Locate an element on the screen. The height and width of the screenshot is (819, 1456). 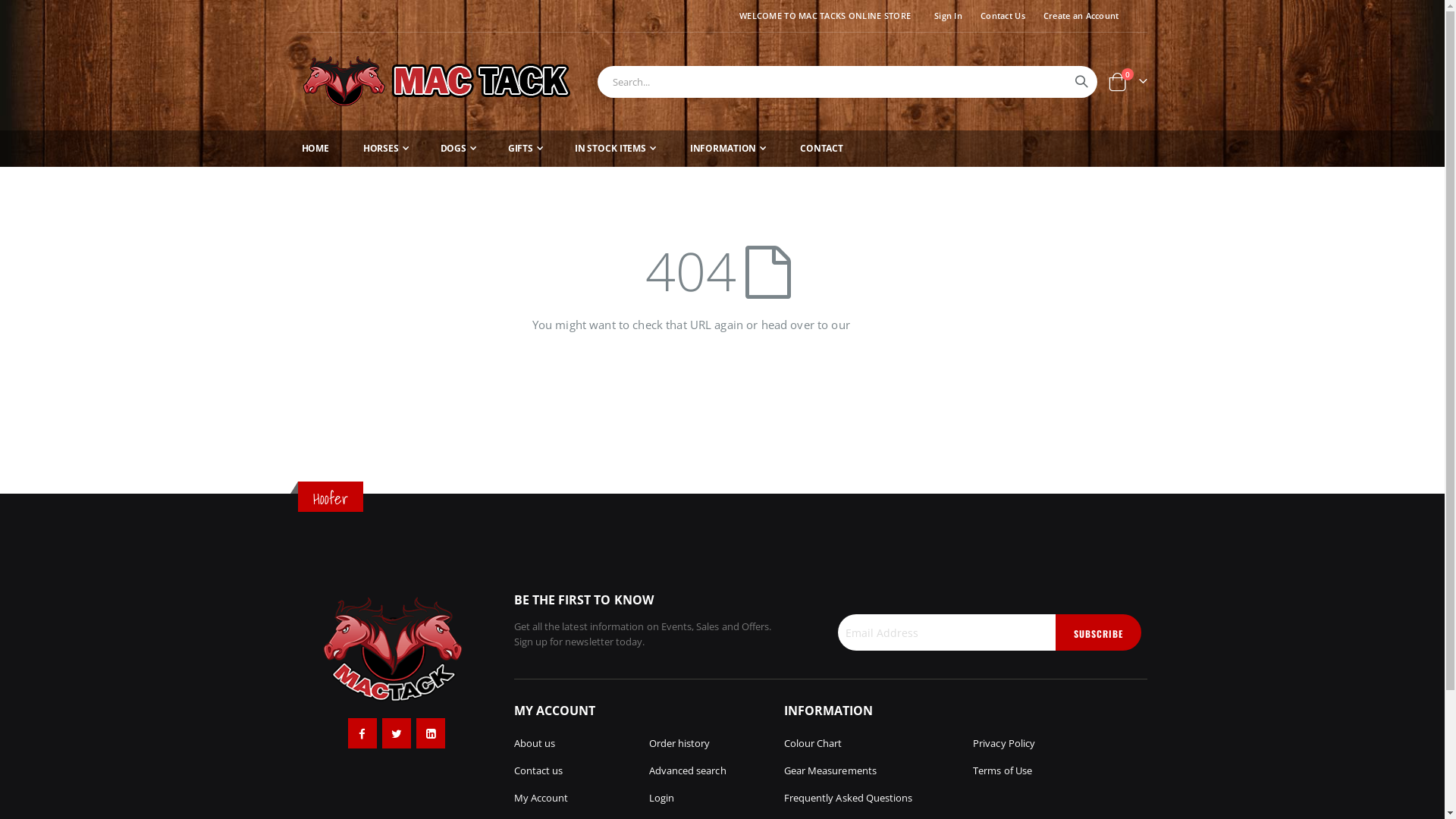
'CONTACT' is located at coordinates (821, 149).